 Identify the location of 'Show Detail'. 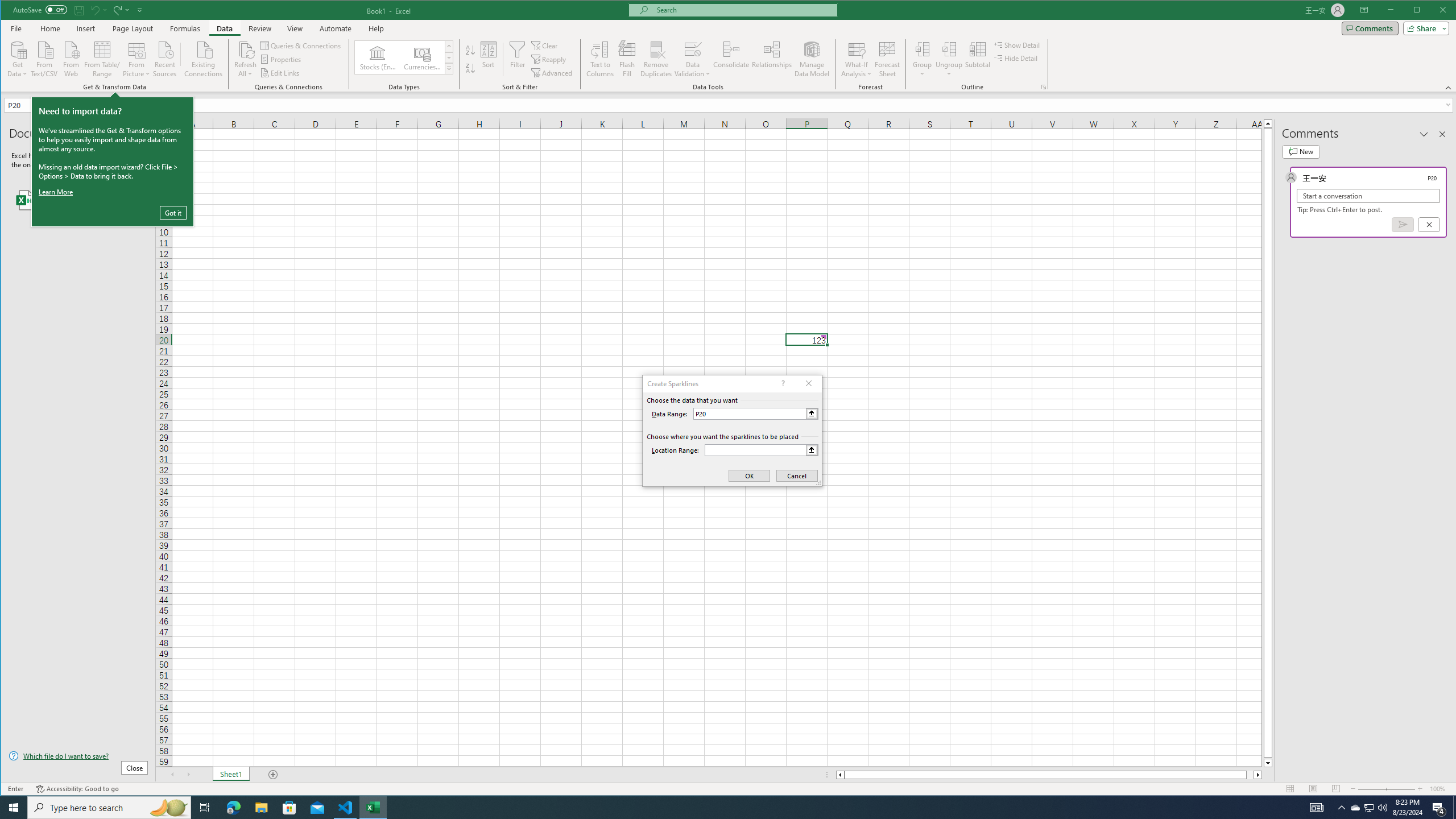
(1017, 44).